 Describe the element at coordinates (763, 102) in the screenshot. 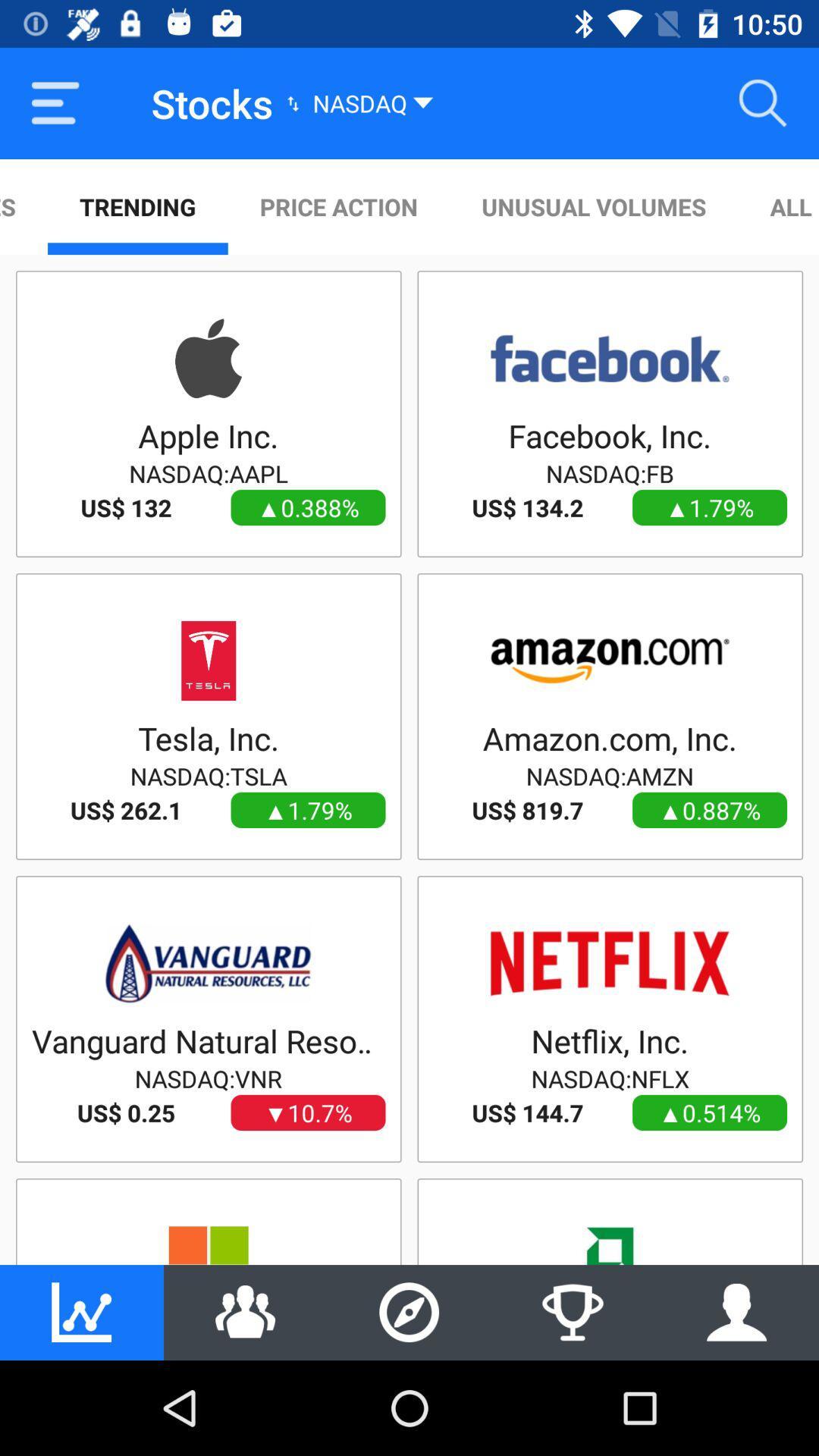

I see `item next to nasdaq icon` at that location.